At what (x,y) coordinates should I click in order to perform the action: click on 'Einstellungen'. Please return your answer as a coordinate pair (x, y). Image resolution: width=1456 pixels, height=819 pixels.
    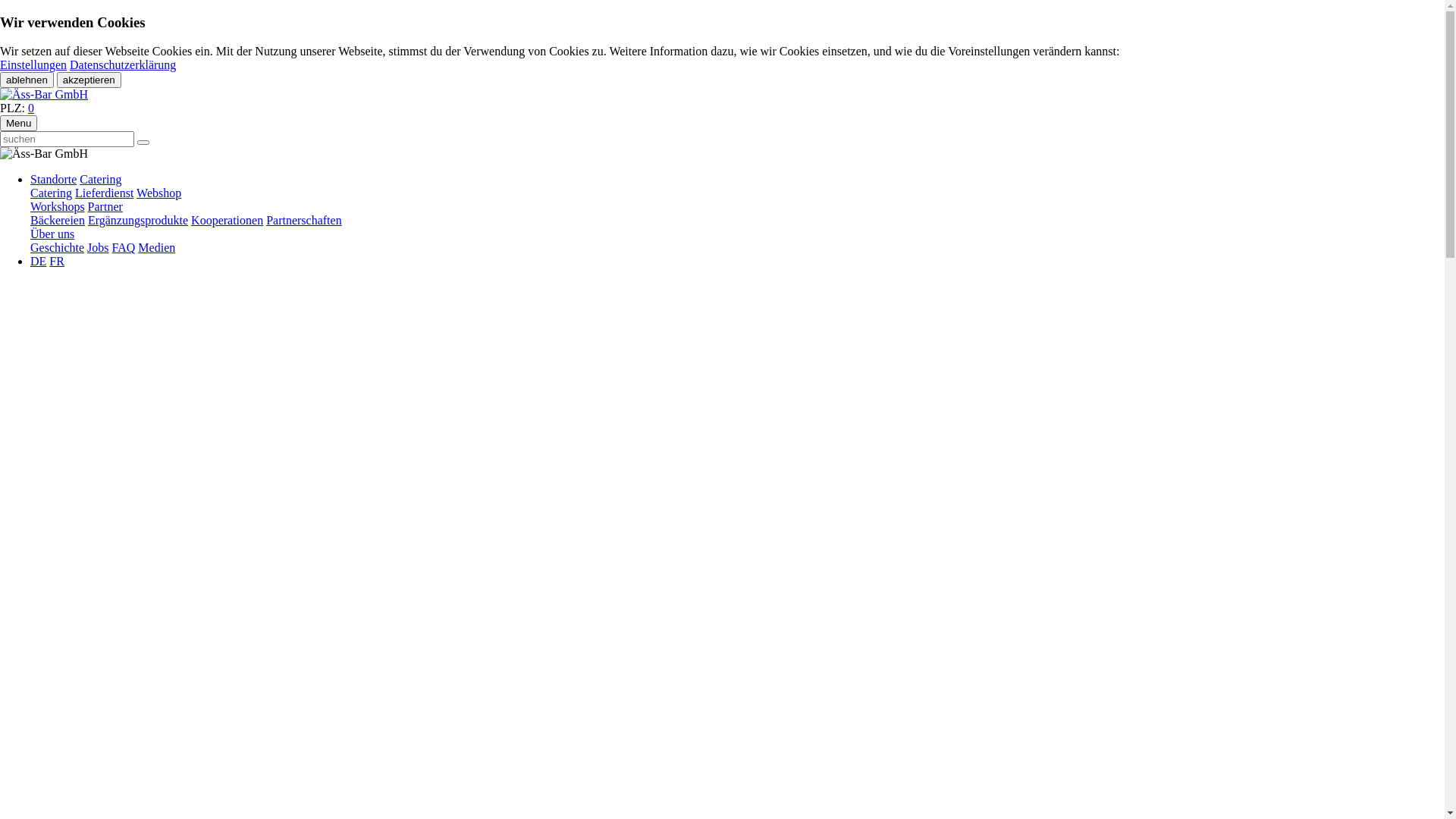
    Looking at the image, I should click on (33, 64).